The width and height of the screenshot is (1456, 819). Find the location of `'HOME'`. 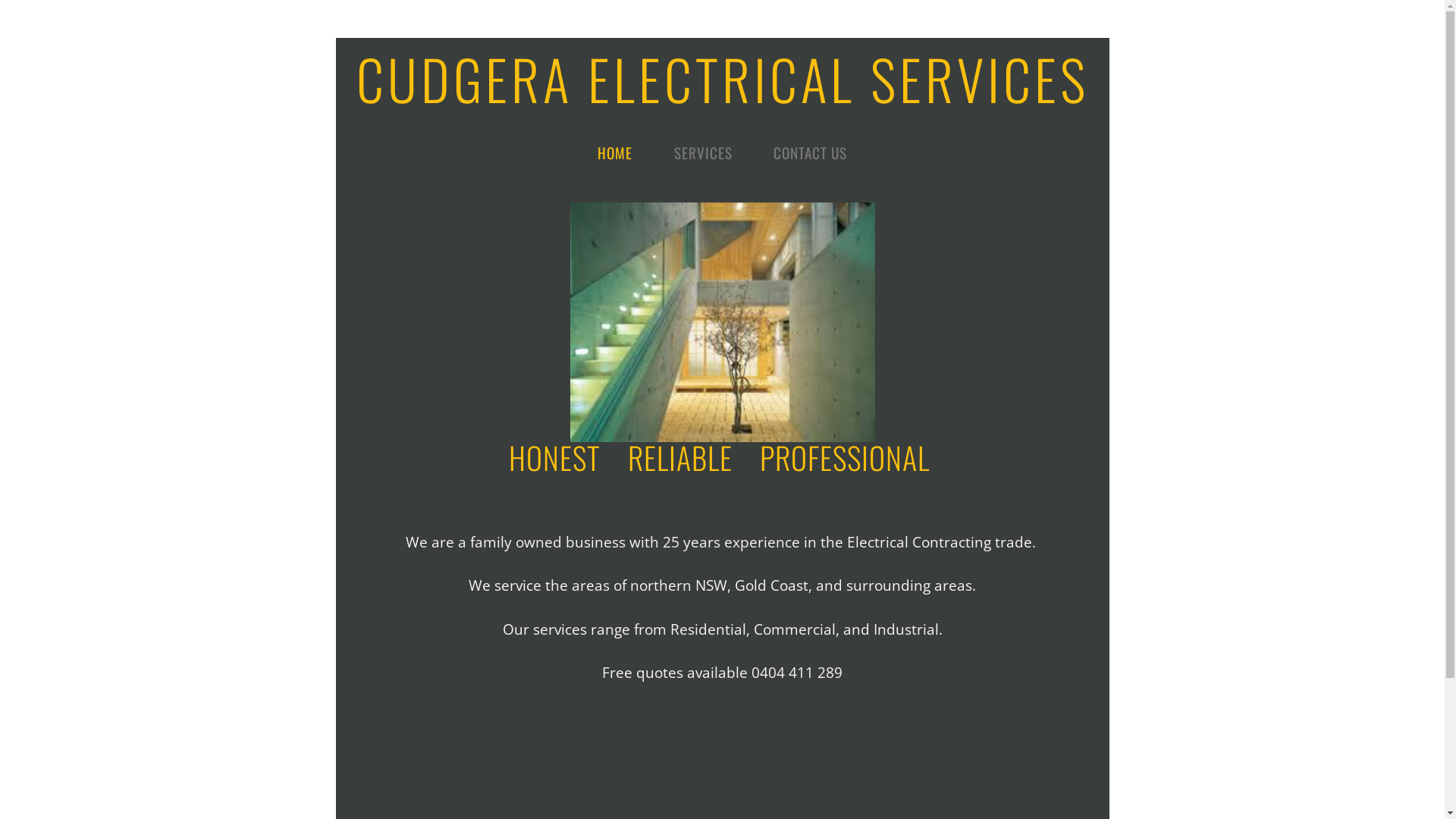

'HOME' is located at coordinates (615, 152).